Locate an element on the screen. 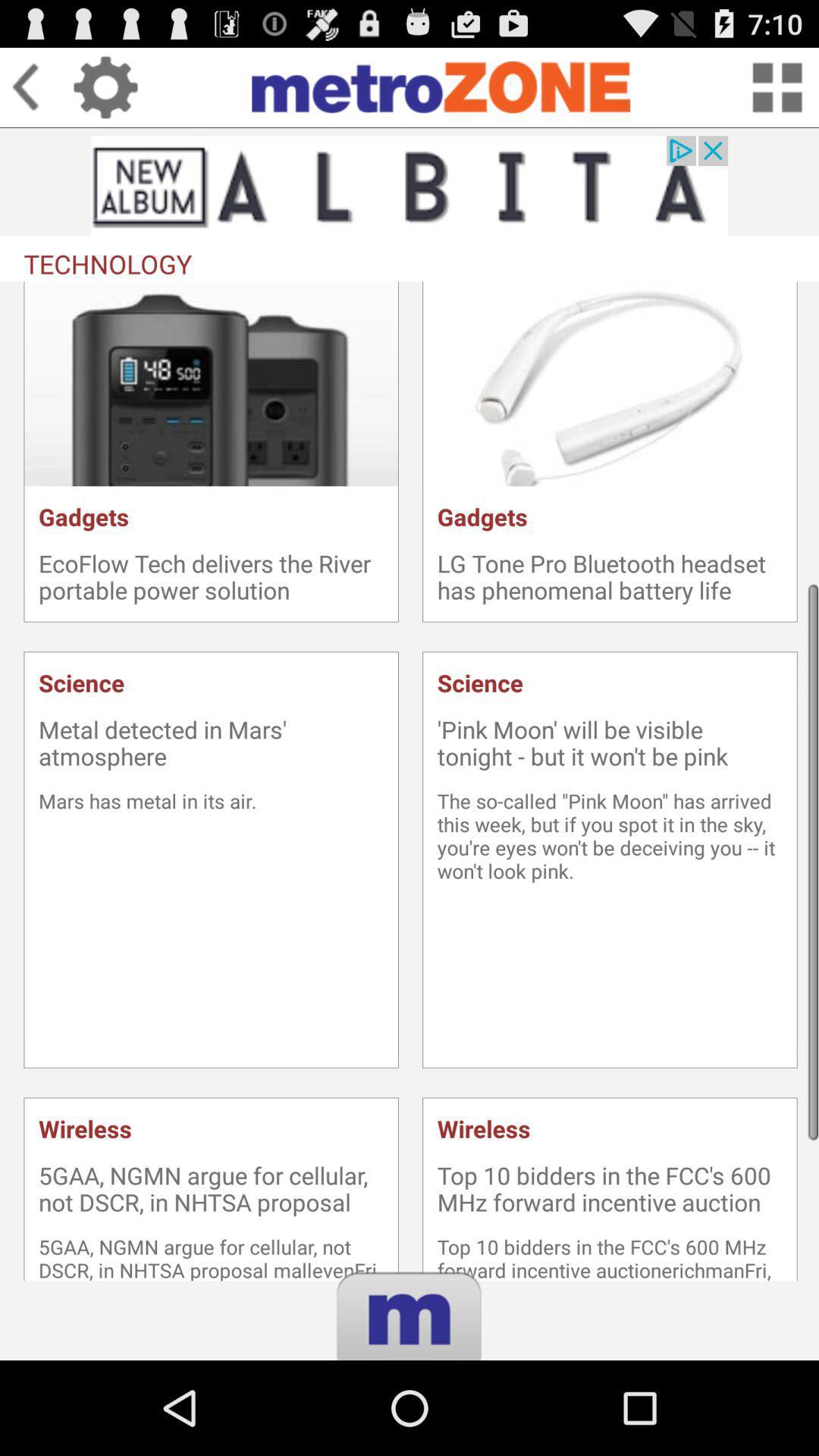 Image resolution: width=819 pixels, height=1456 pixels. the settings icon is located at coordinates (105, 93).